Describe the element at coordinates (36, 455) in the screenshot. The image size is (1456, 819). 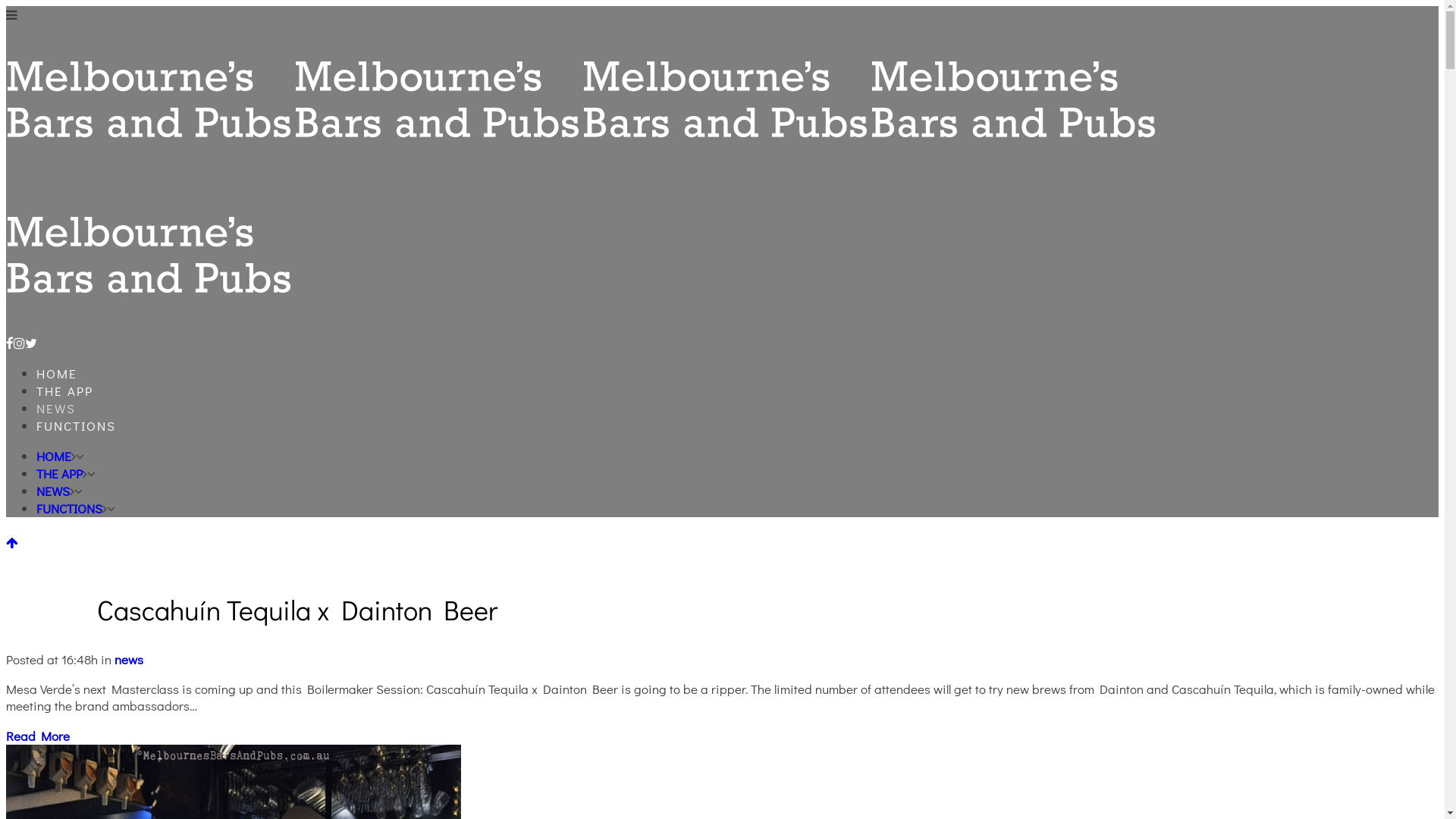
I see `'HOME'` at that location.